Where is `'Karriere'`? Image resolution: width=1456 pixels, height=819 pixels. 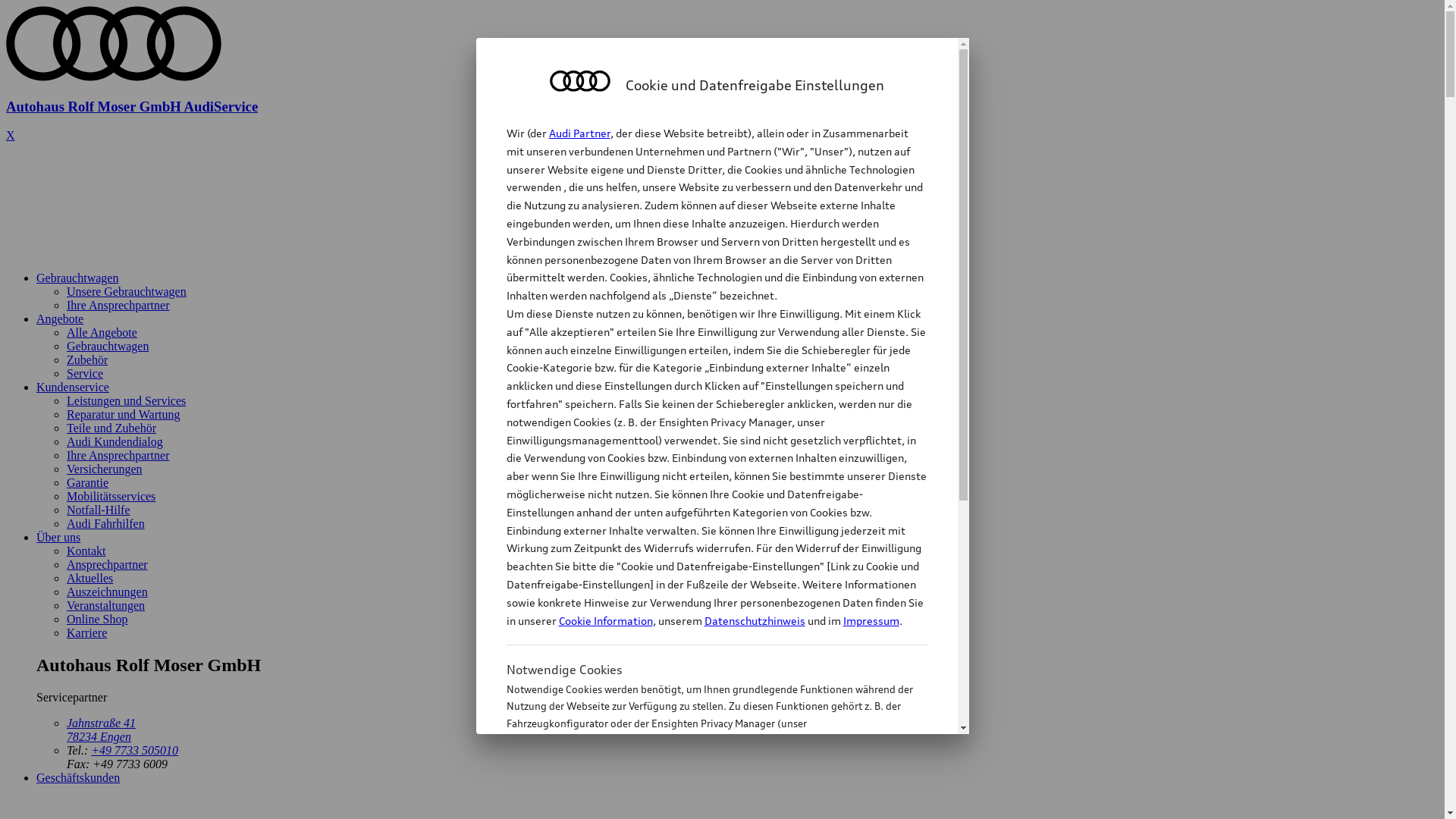 'Karriere' is located at coordinates (86, 632).